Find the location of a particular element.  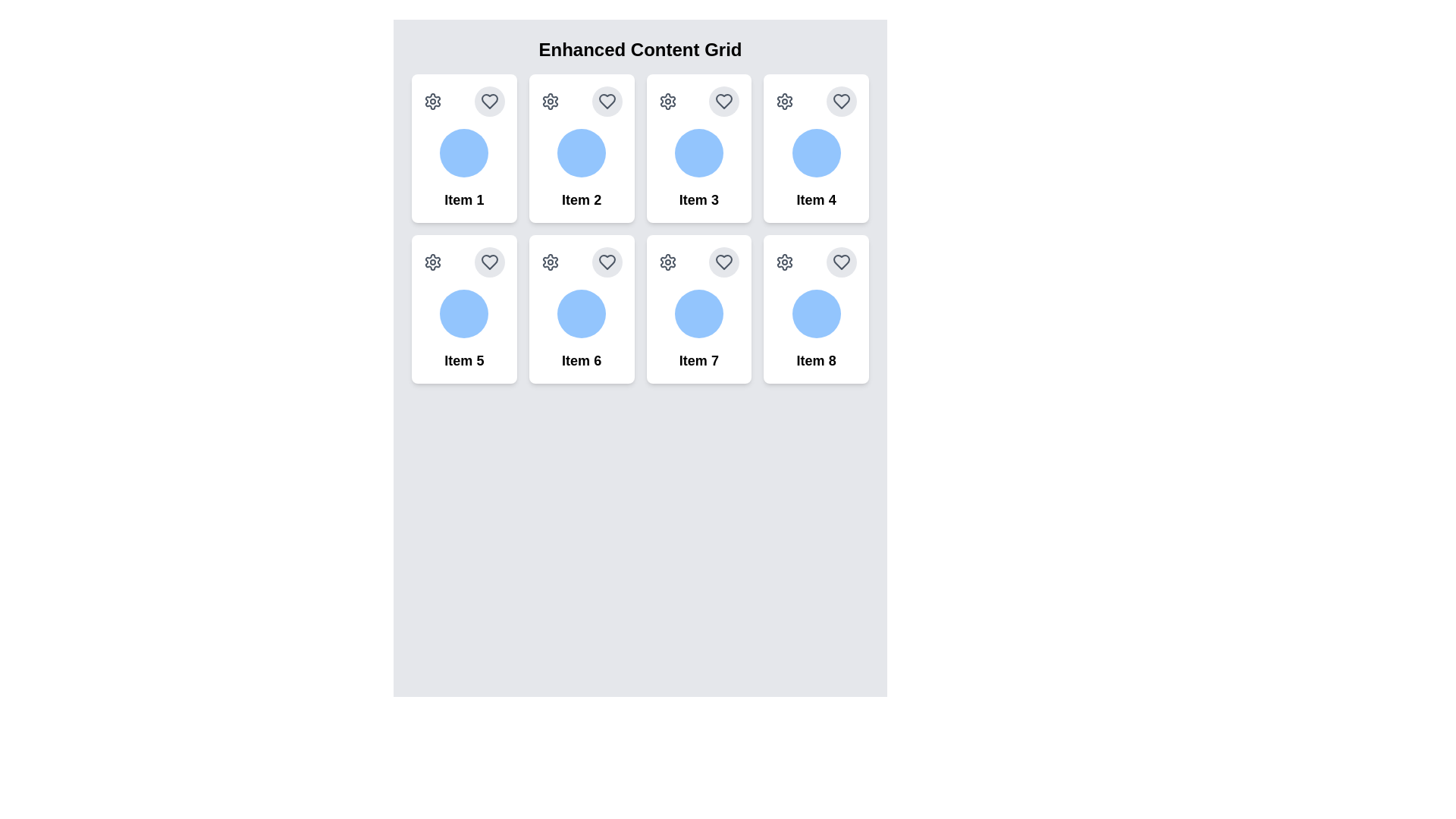

the settings icon located in the top-left corner of the card labeled 'Item 4' is located at coordinates (785, 102).